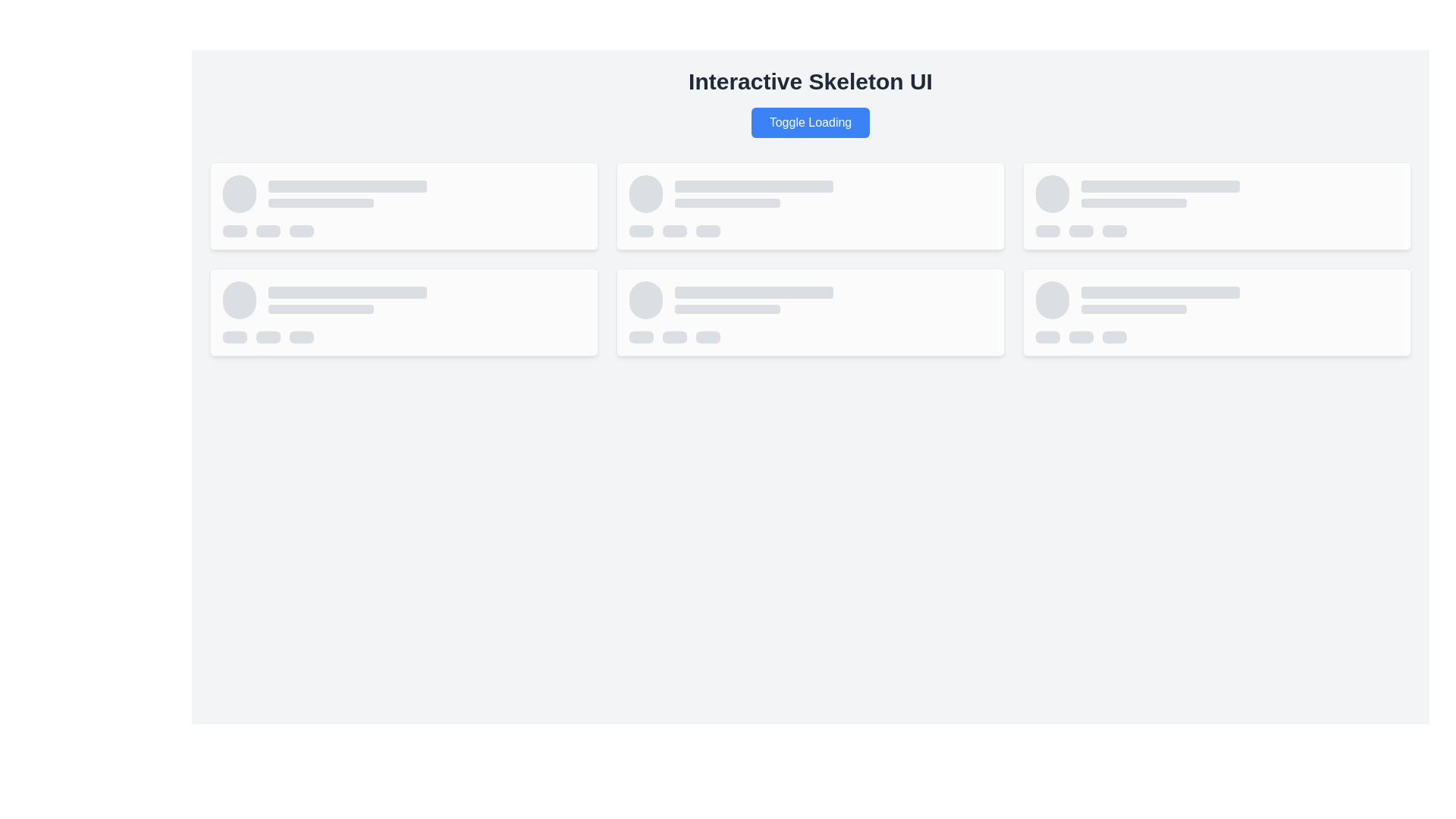  I want to click on the Placeholder Component located in the top-right block of the grid layout, which simulates a loading placeholder for content, so click(810, 193).